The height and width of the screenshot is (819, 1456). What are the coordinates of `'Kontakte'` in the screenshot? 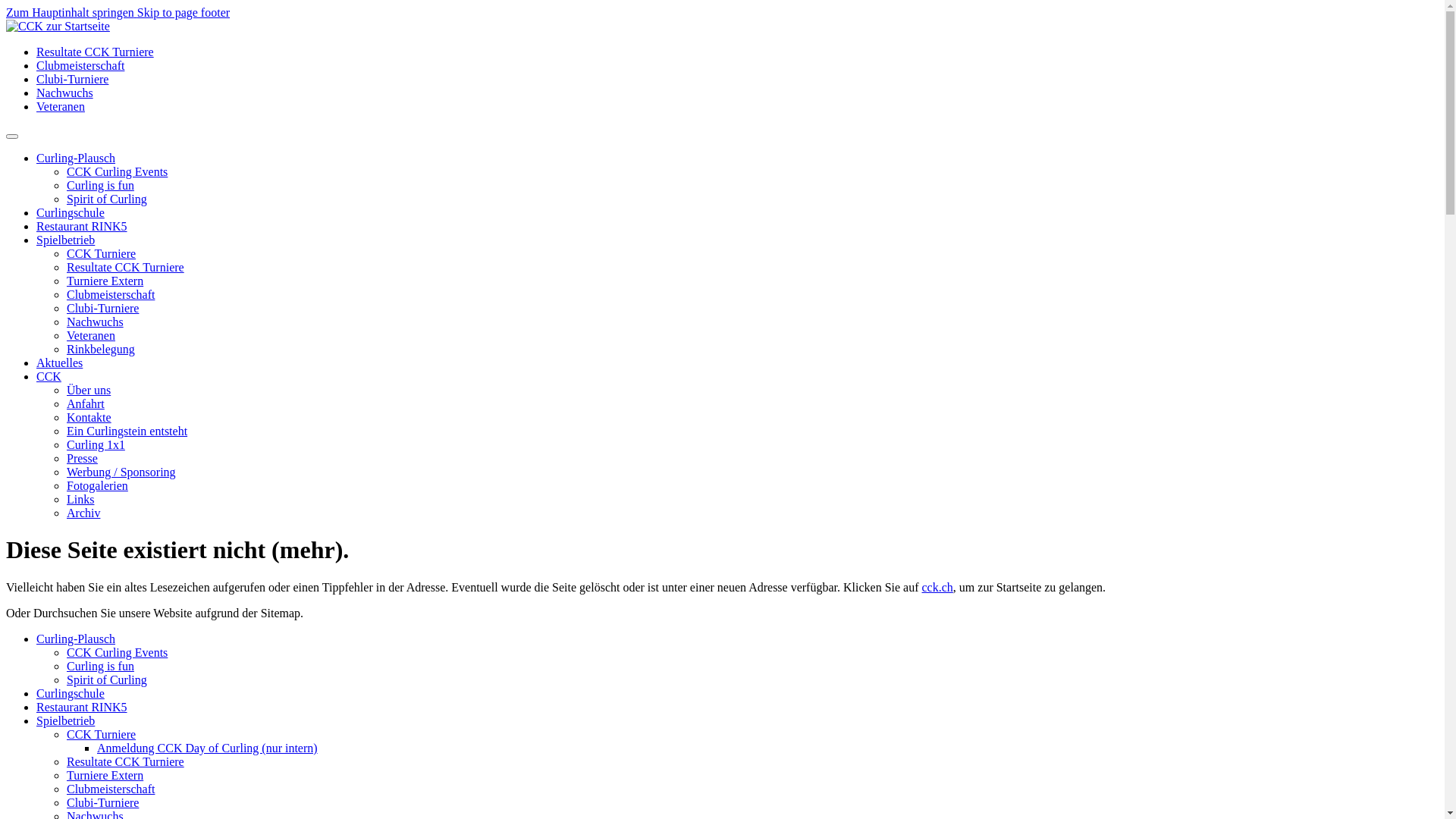 It's located at (88, 417).